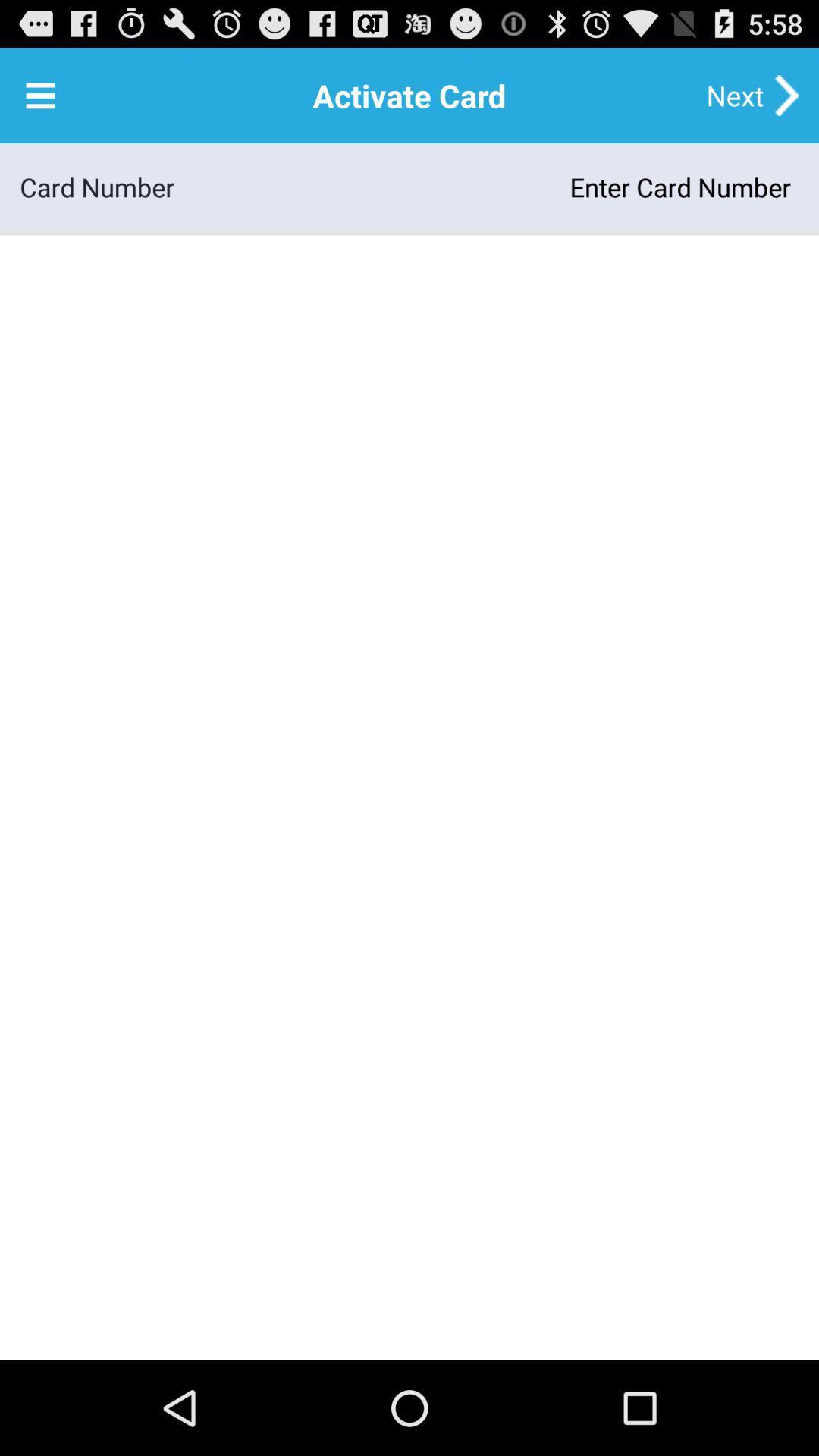 The height and width of the screenshot is (1456, 819). Describe the element at coordinates (39, 94) in the screenshot. I see `icon next to the activate card app` at that location.